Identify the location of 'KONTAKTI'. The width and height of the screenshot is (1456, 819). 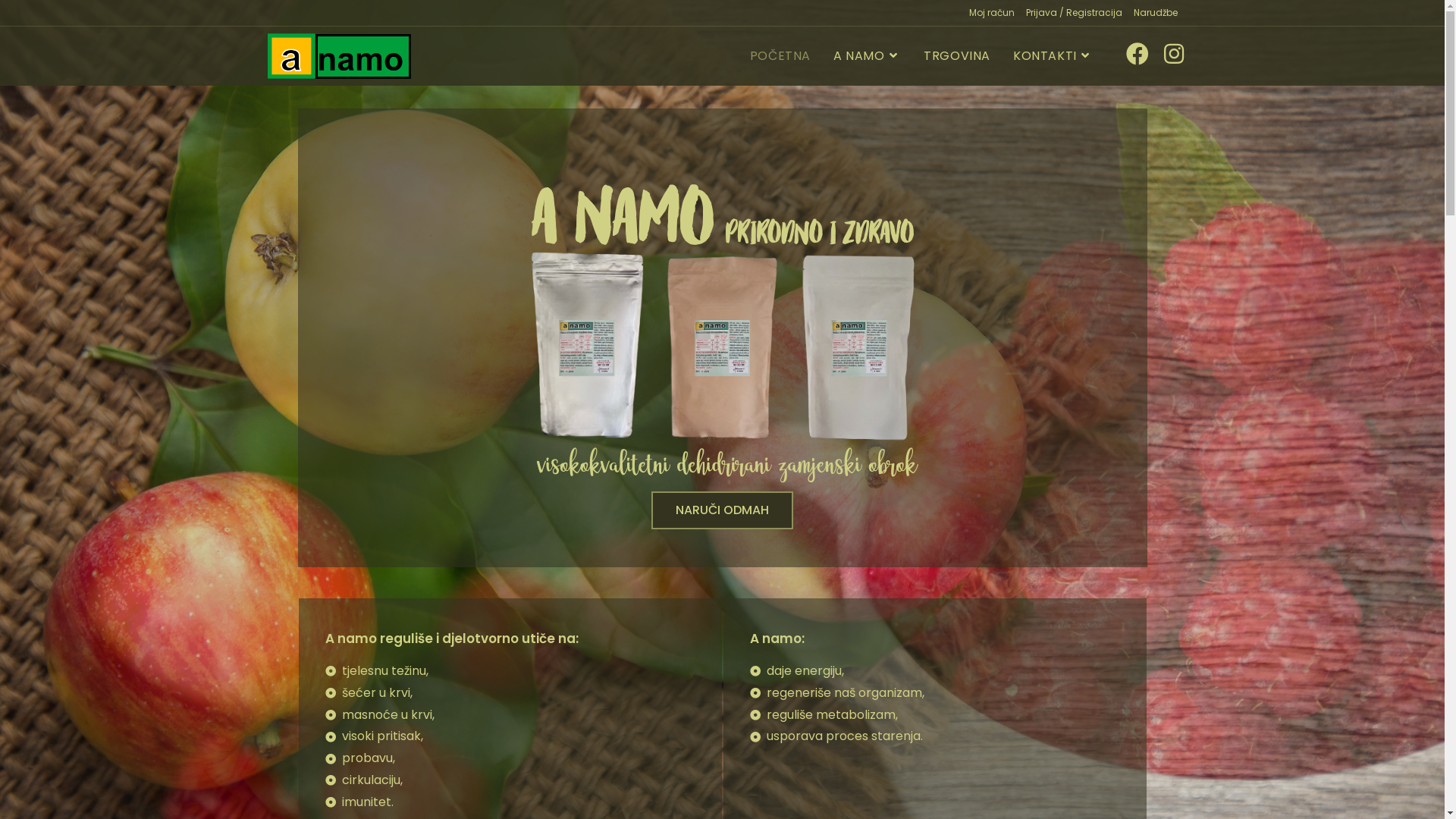
(1052, 55).